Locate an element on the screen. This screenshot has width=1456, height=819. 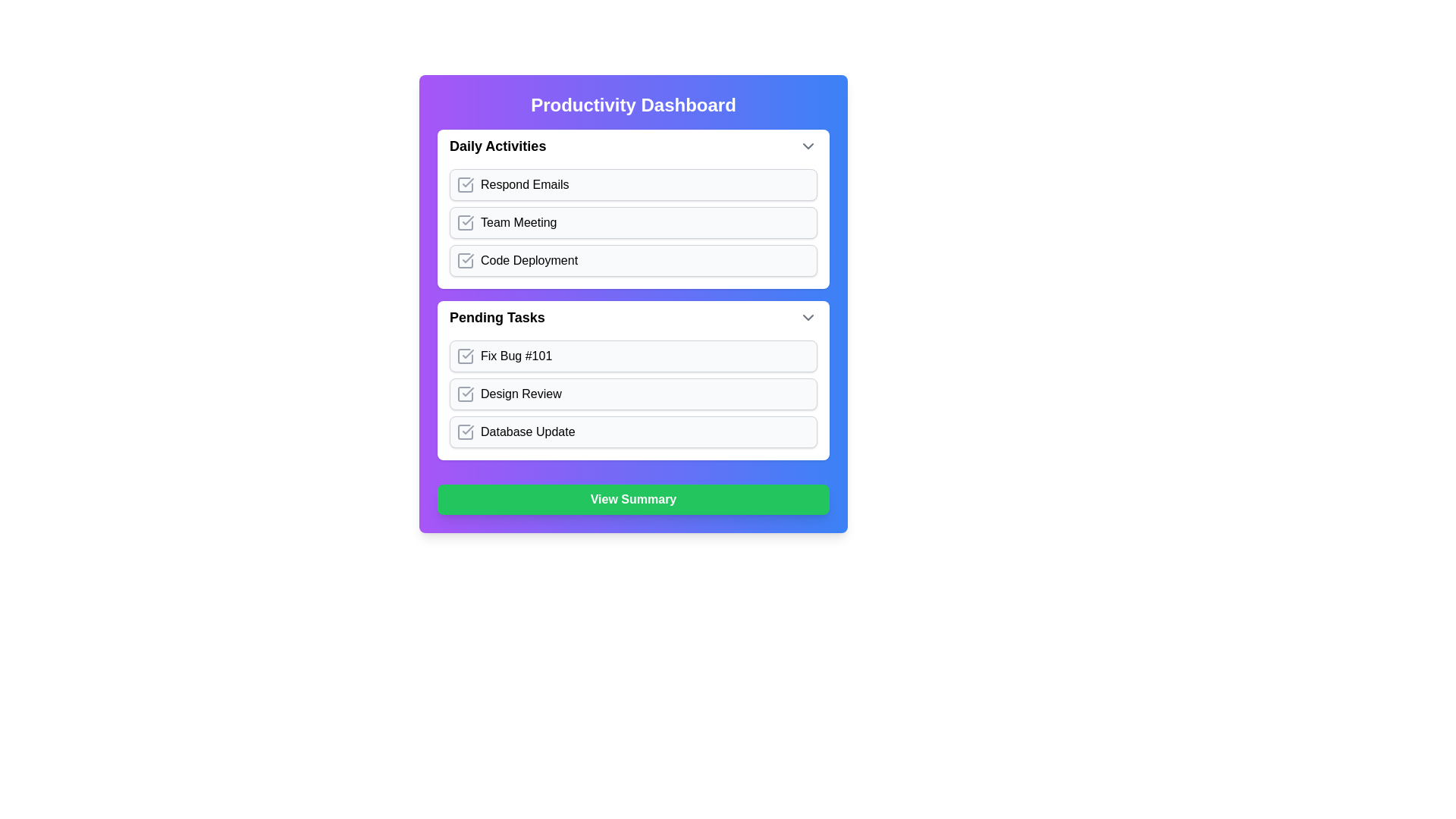
the Text label (header) indicating the purpose of the 'Daily Activities' section is located at coordinates (497, 146).